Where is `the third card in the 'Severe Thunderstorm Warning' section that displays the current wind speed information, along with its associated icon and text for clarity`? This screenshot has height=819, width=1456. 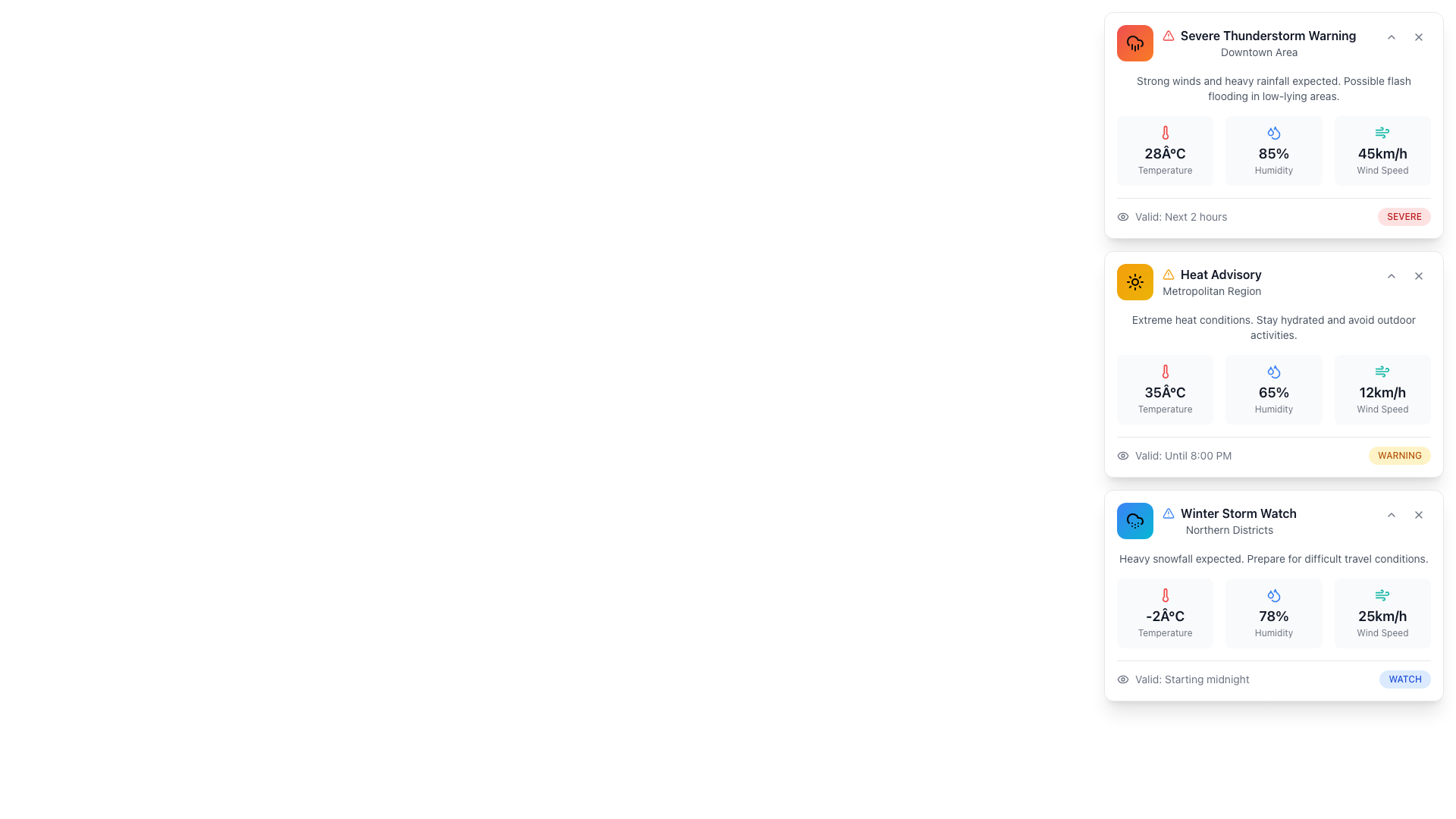 the third card in the 'Severe Thunderstorm Warning' section that displays the current wind speed information, along with its associated icon and text for clarity is located at coordinates (1382, 151).